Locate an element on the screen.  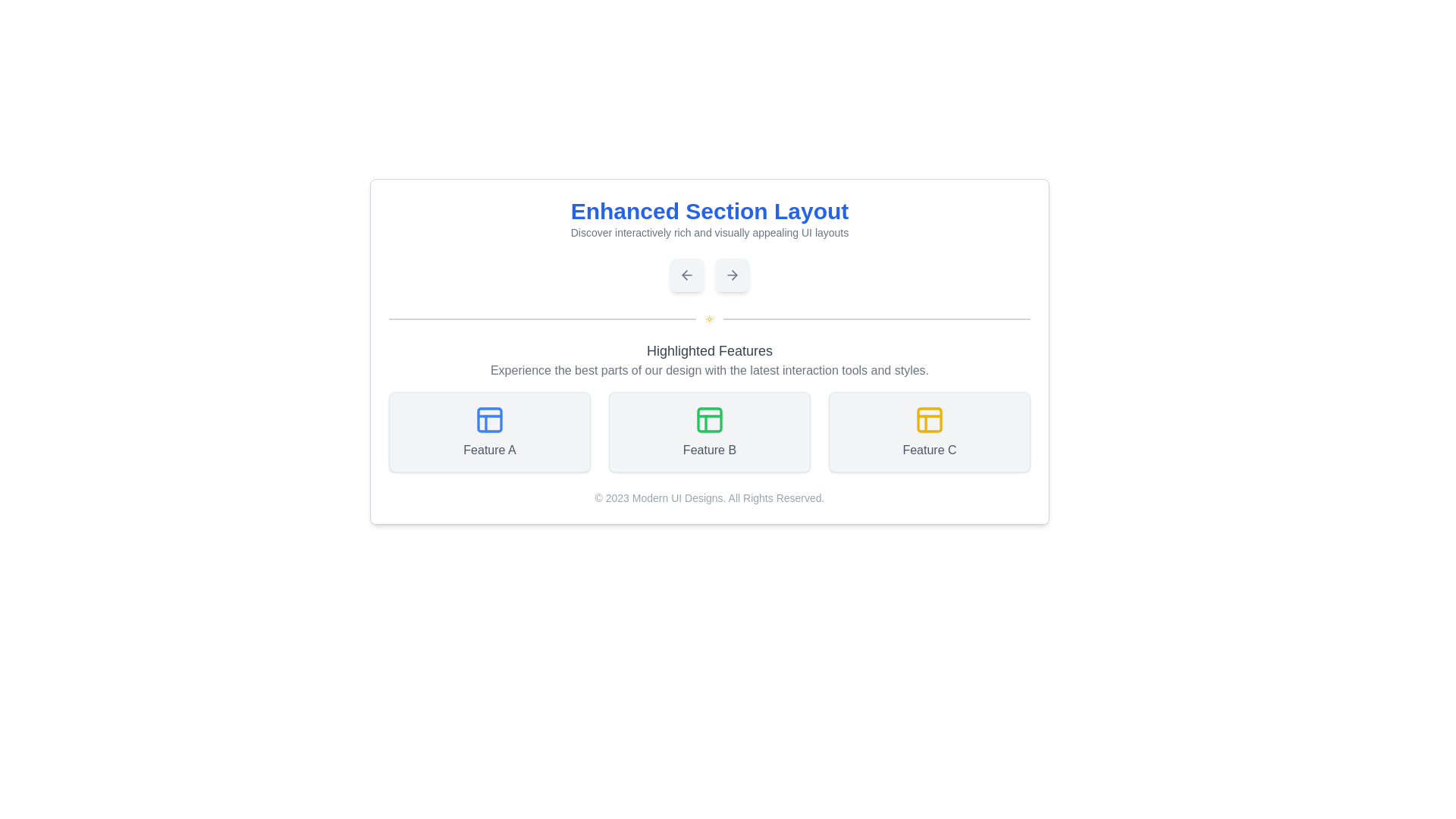
the 'Feature C' label, which is styled with gray color and positioned centrally within the third card below a yellow icon is located at coordinates (928, 450).